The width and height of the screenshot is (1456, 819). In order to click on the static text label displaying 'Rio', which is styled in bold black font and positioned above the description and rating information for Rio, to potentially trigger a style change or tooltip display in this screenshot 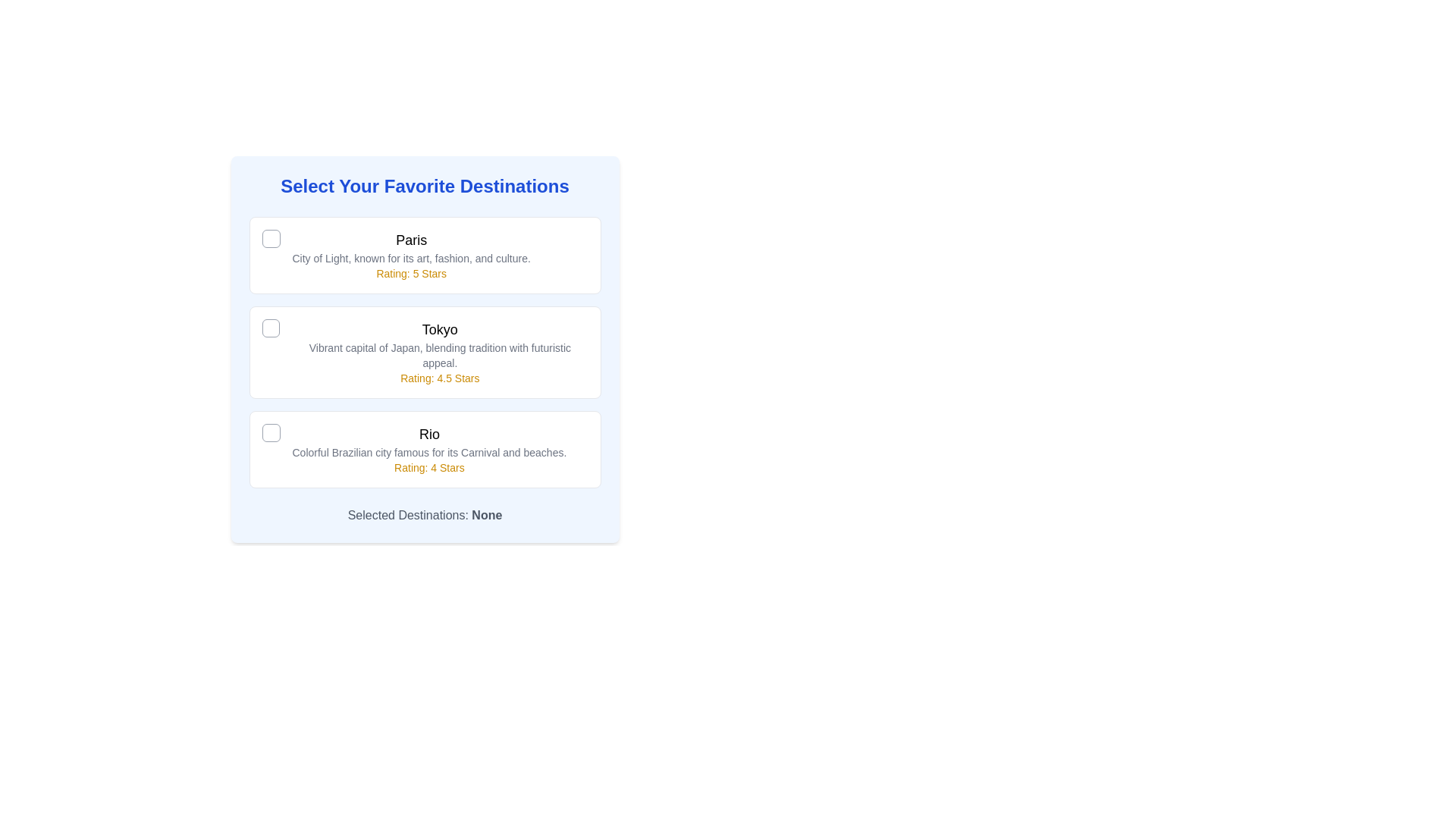, I will do `click(428, 435)`.